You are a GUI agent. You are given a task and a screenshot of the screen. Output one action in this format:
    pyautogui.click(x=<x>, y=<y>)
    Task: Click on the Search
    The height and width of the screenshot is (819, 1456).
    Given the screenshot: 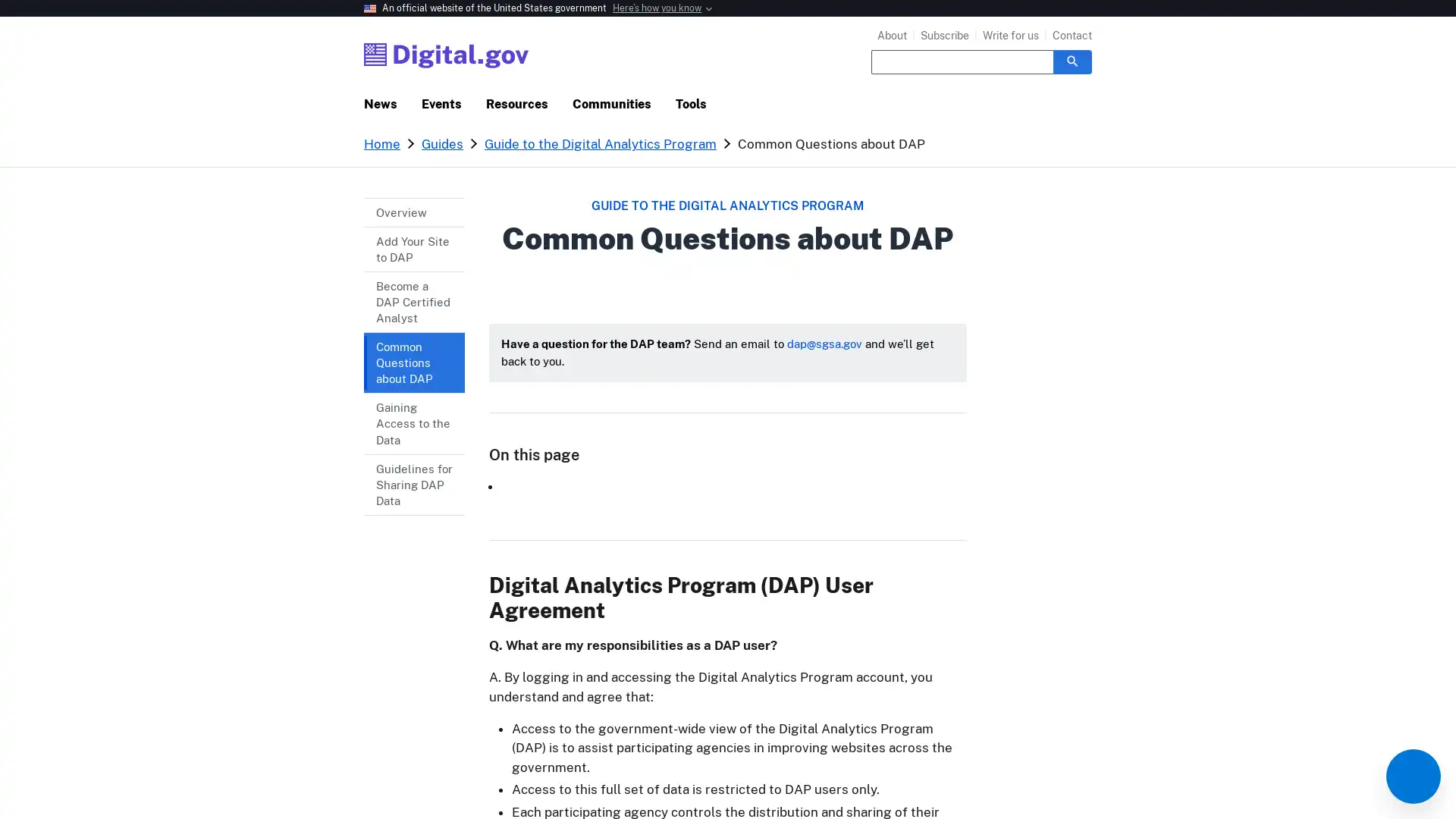 What is the action you would take?
    pyautogui.click(x=1072, y=61)
    